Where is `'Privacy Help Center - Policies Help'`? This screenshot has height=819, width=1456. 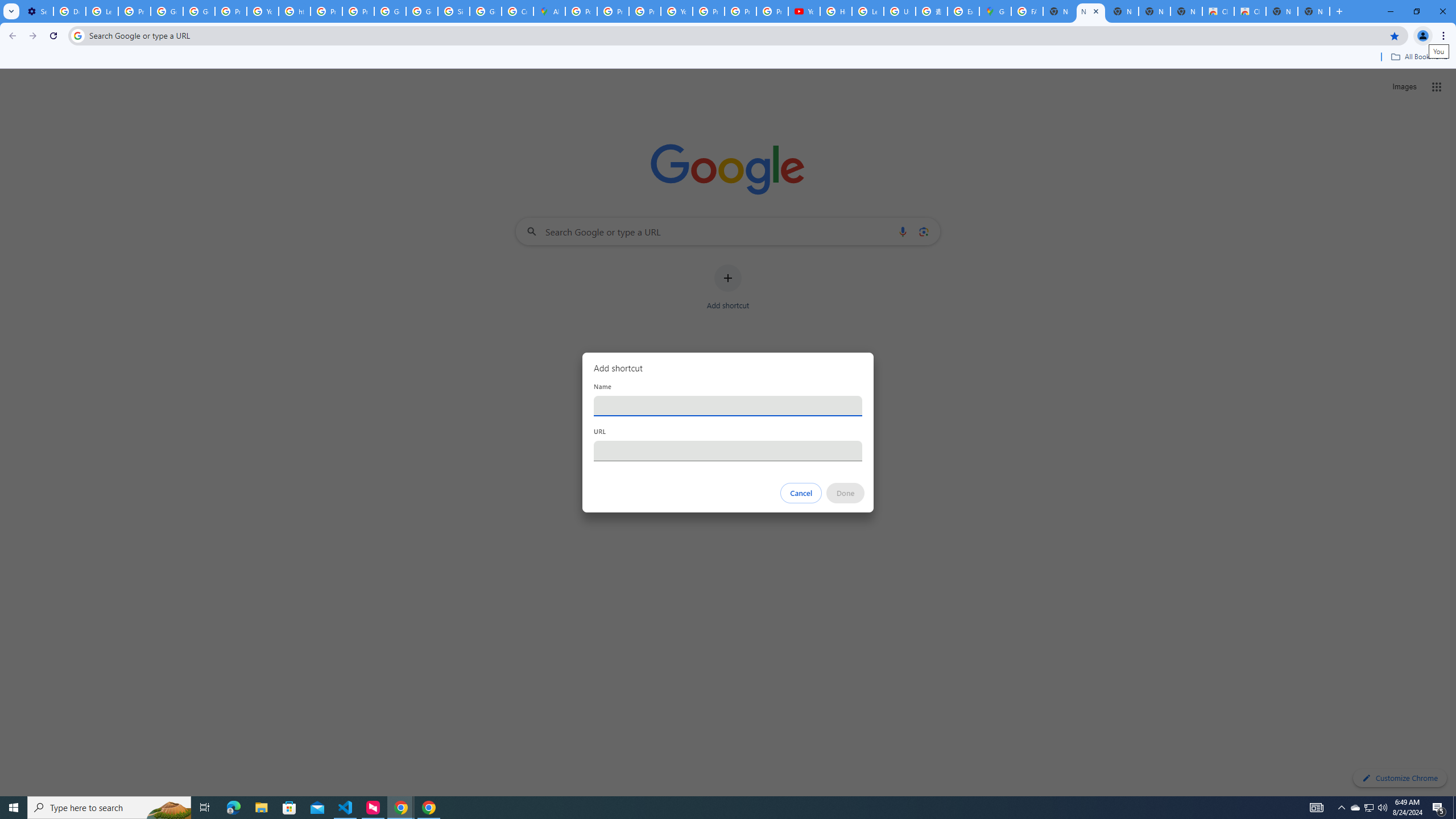 'Privacy Help Center - Policies Help' is located at coordinates (644, 11).